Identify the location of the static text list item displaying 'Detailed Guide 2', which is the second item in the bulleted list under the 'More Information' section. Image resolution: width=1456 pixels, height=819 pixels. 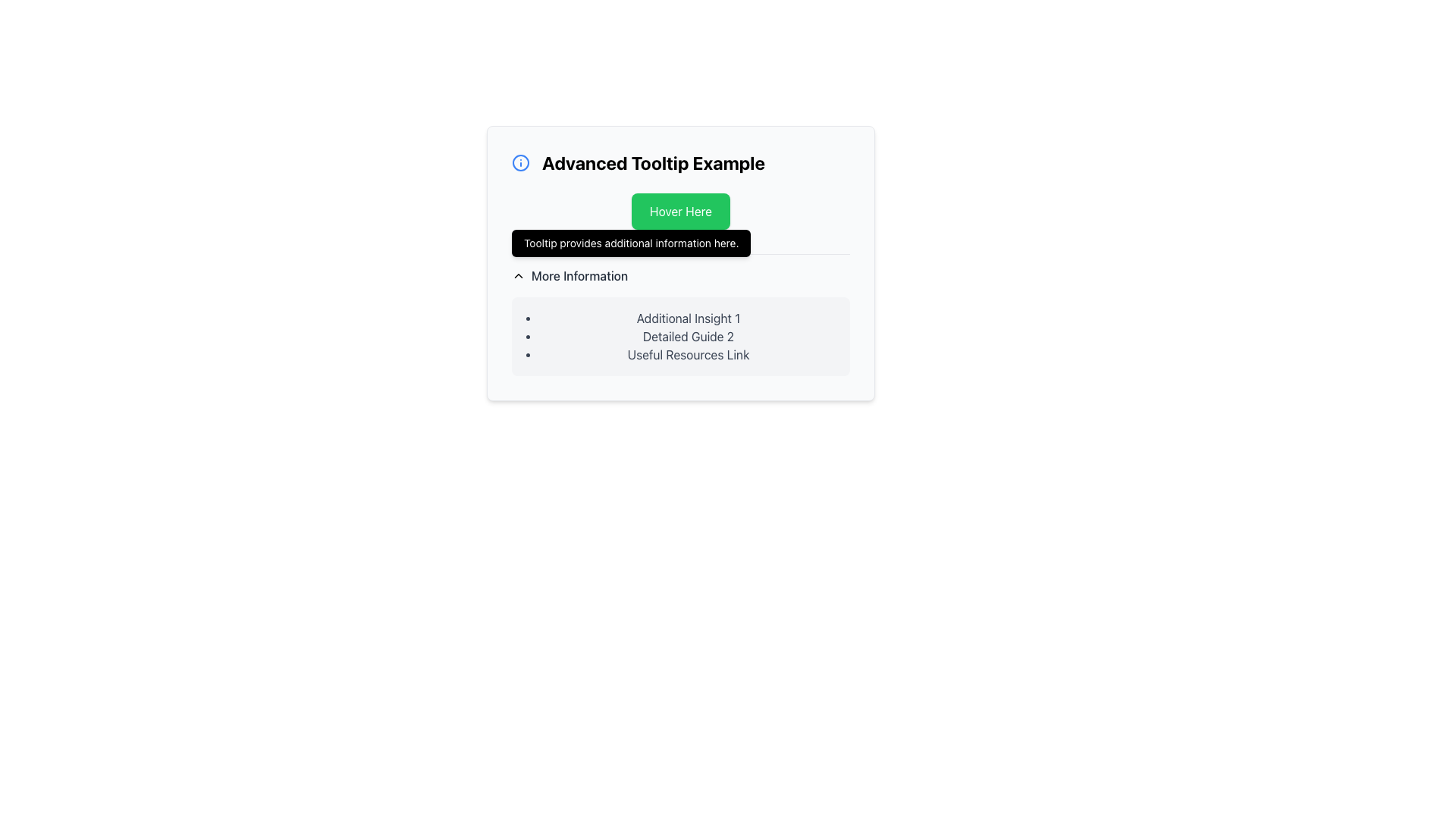
(687, 335).